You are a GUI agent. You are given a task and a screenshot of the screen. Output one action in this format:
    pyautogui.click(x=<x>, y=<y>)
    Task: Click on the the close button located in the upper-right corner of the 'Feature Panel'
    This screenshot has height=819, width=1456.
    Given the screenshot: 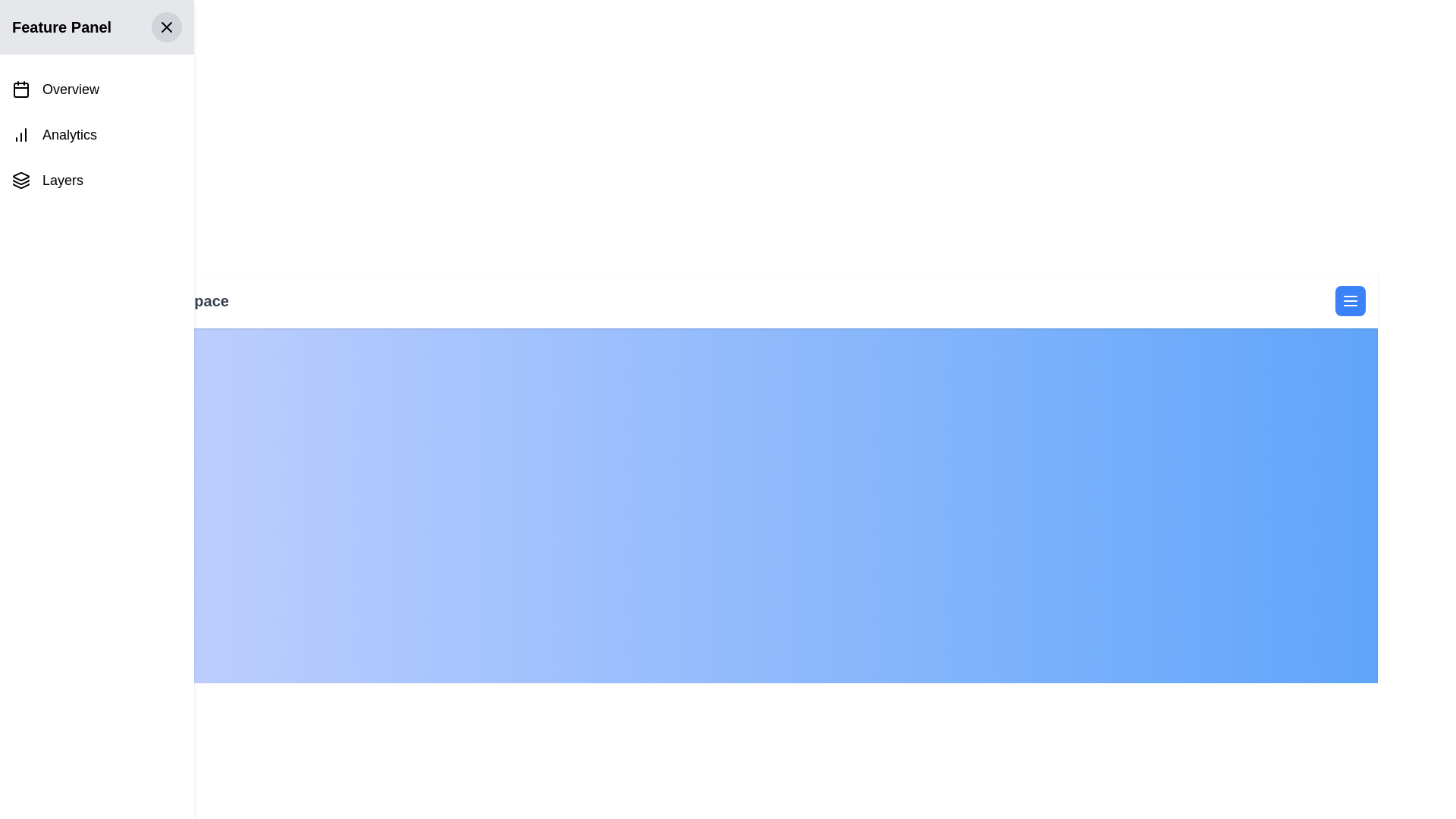 What is the action you would take?
    pyautogui.click(x=167, y=27)
    